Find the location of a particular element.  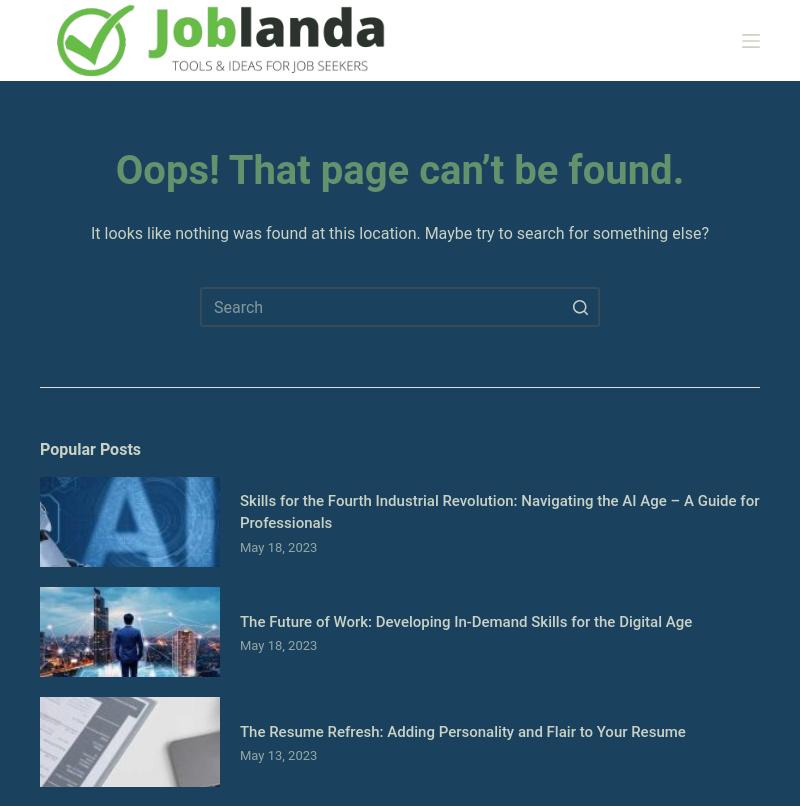

'Join our community today and gain the knowledge and skills to flourish in your career.' is located at coordinates (343, 539).